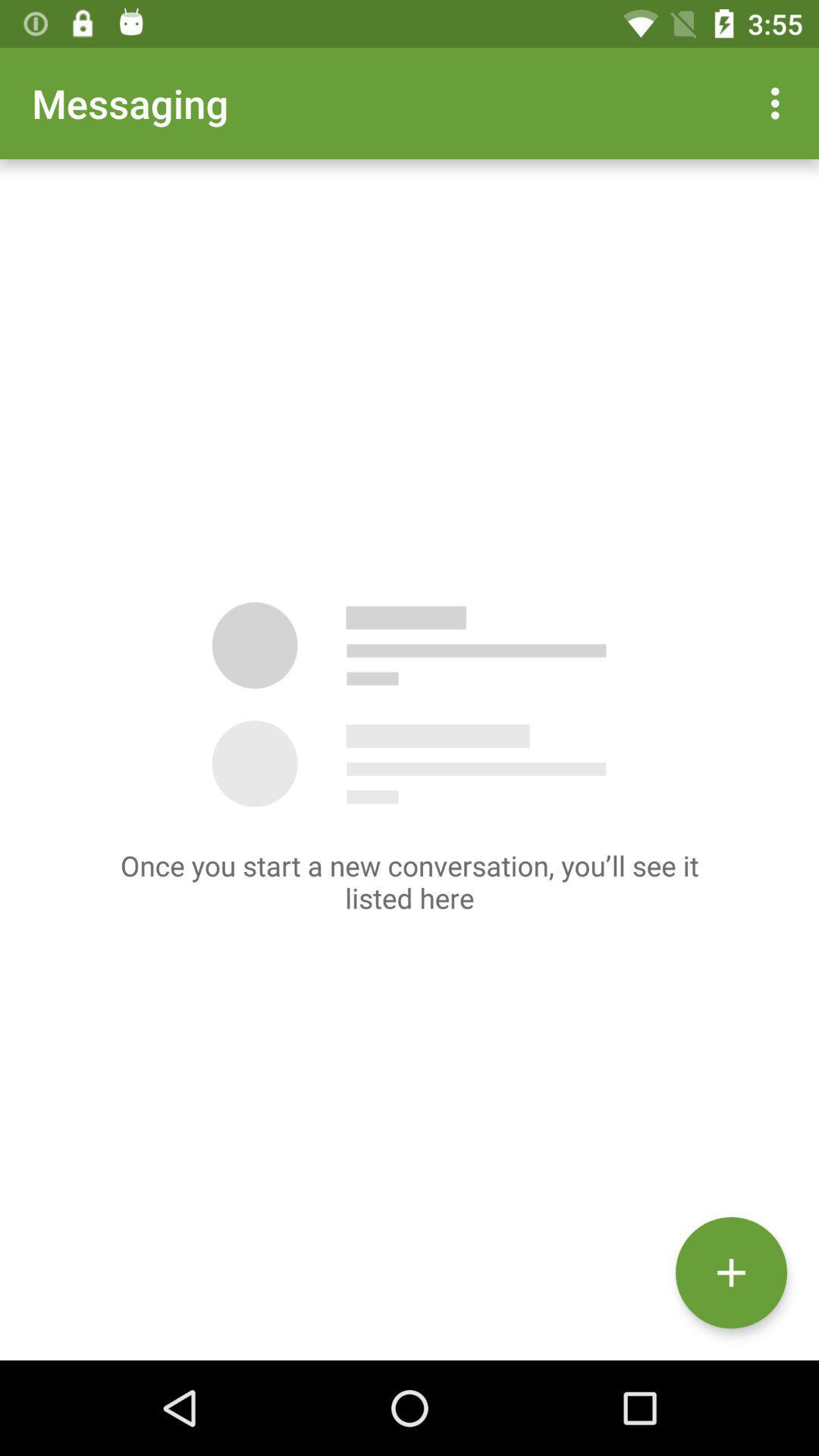 The image size is (819, 1456). What do you see at coordinates (730, 1272) in the screenshot?
I see `the add icon` at bounding box center [730, 1272].